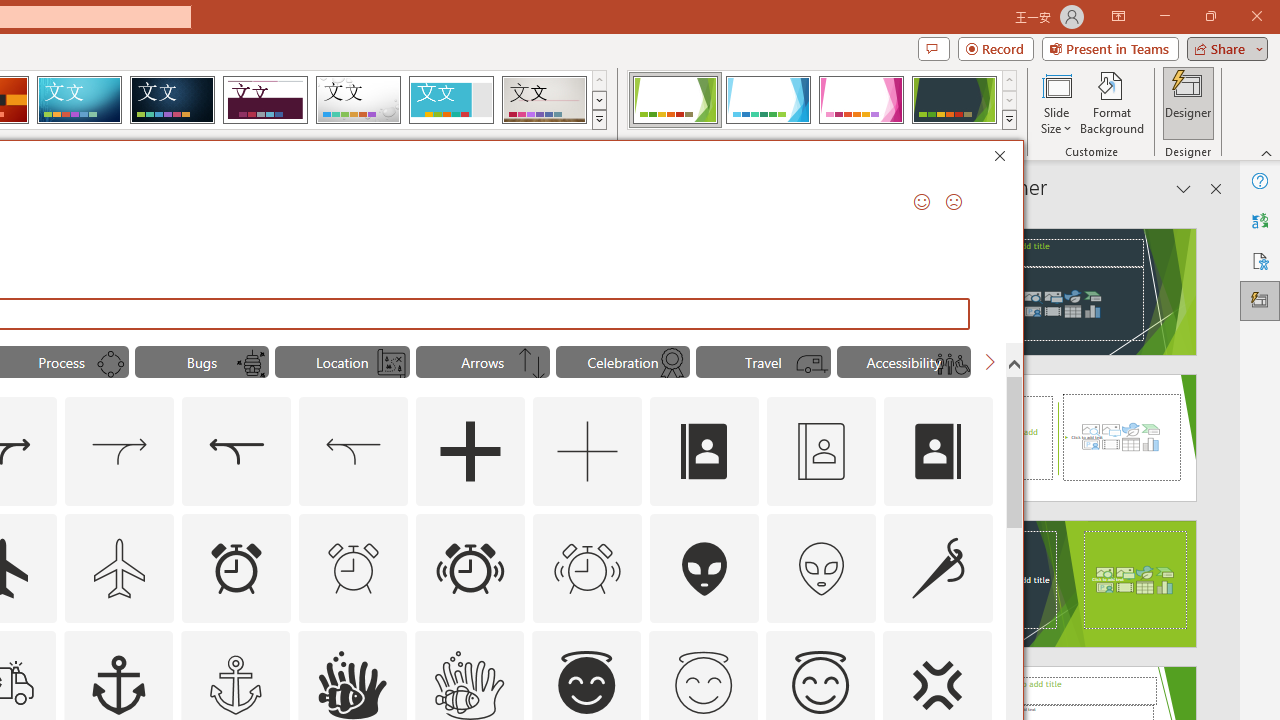 This screenshot has height=720, width=1280. I want to click on '"Celebration" Icons.', so click(621, 362).